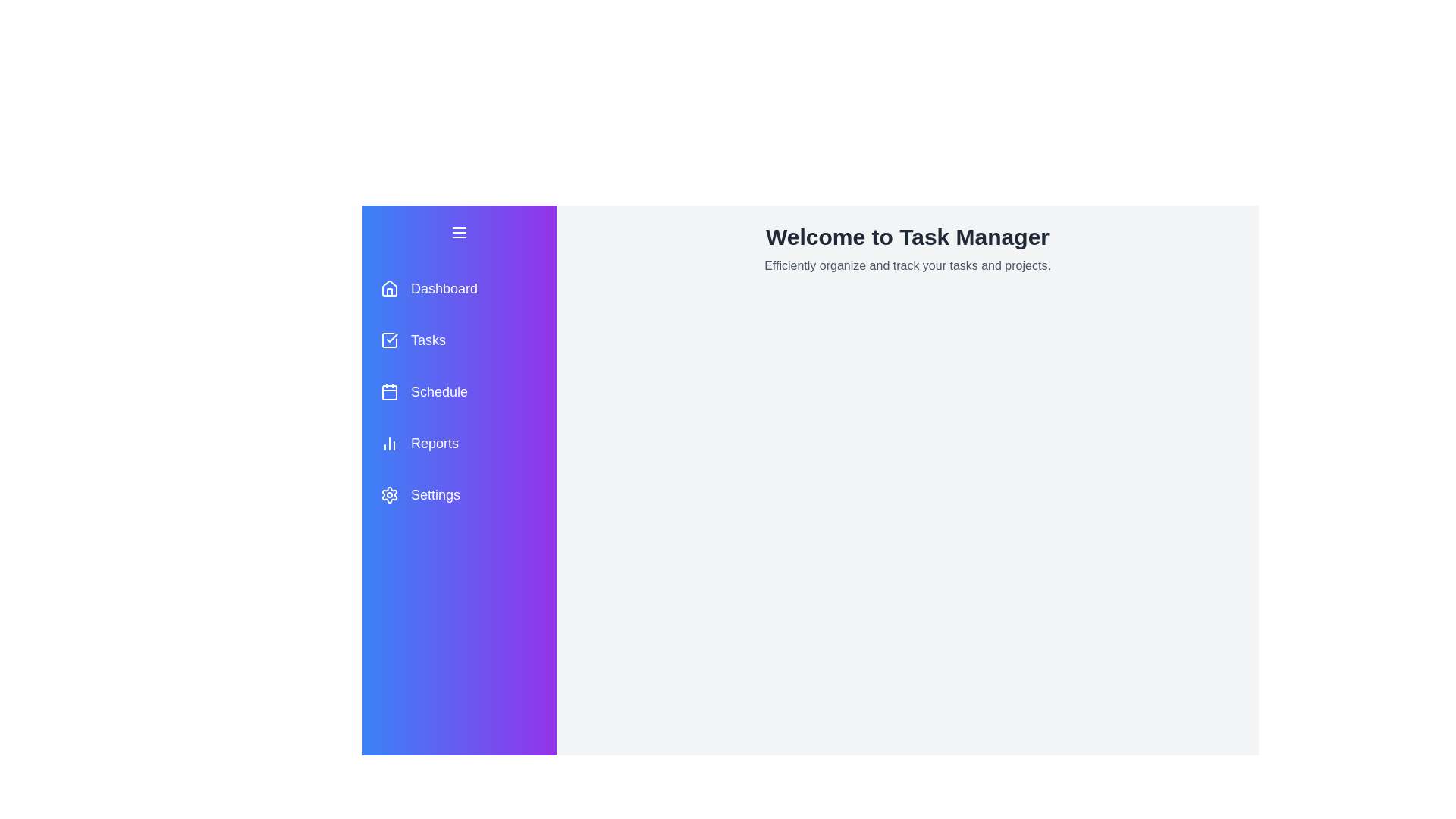 Image resolution: width=1456 pixels, height=819 pixels. Describe the element at coordinates (458, 494) in the screenshot. I see `the menu item labeled Settings` at that location.